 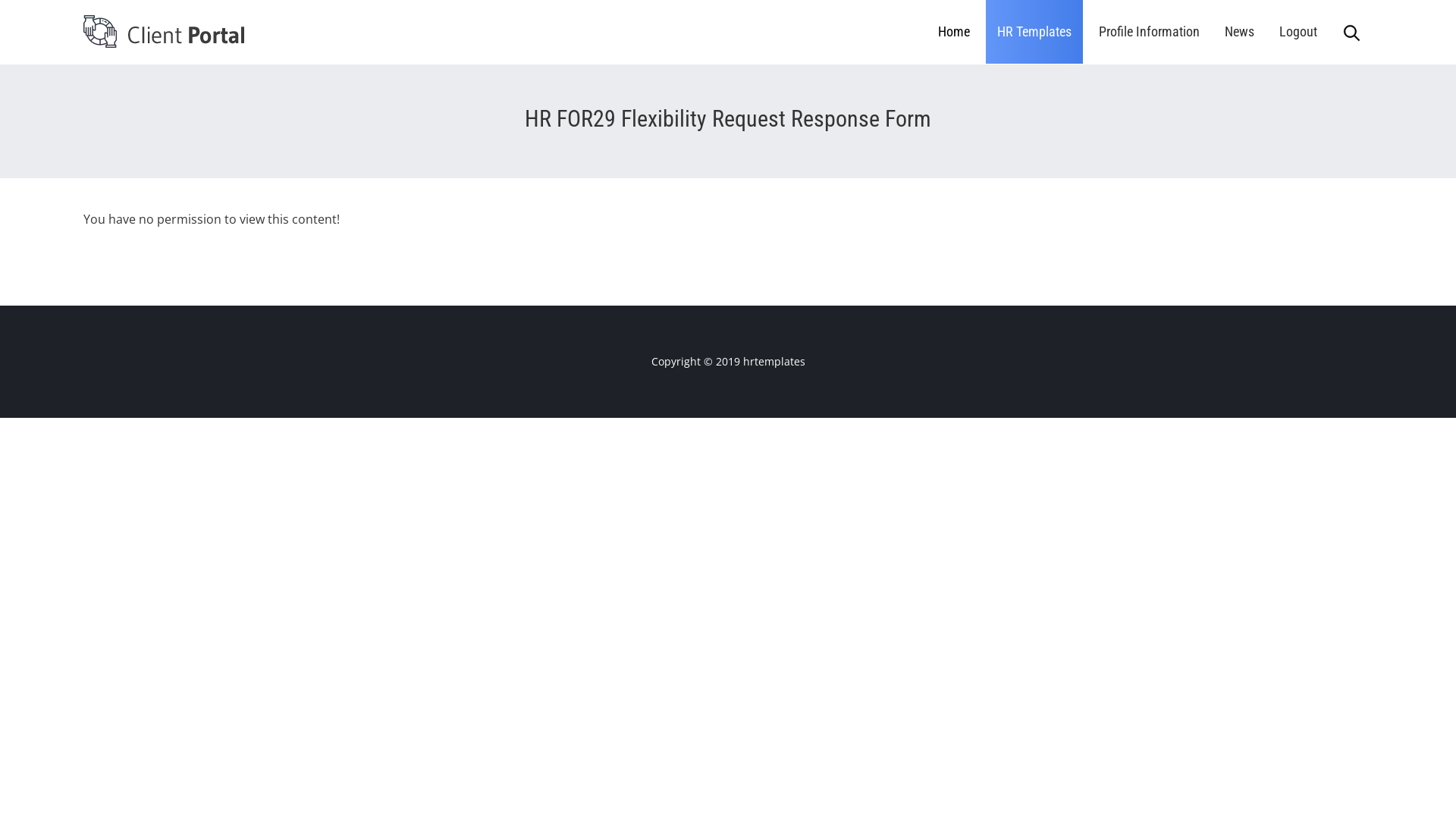 What do you see at coordinates (1033, 32) in the screenshot?
I see `'HR Templates'` at bounding box center [1033, 32].